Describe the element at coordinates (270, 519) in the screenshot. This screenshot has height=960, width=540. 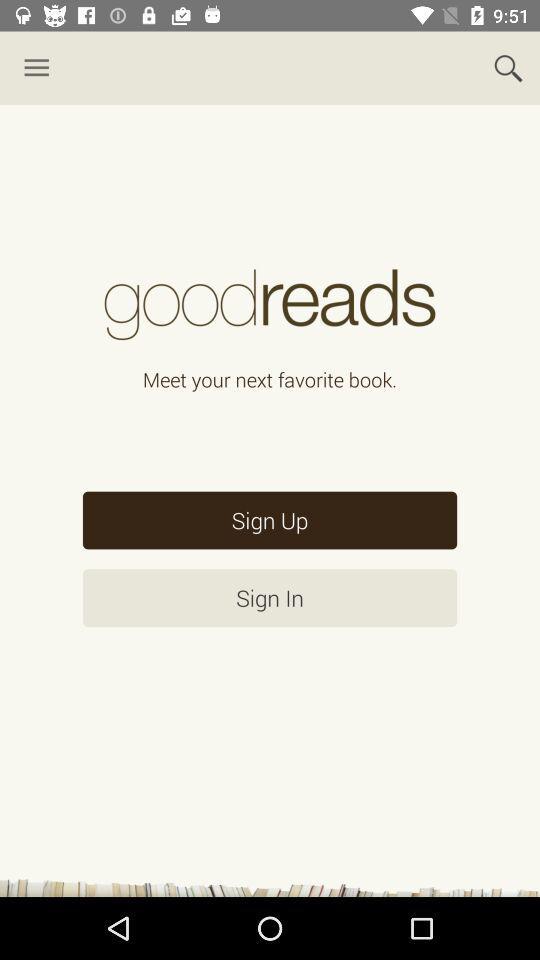
I see `icon below the meet your next item` at that location.